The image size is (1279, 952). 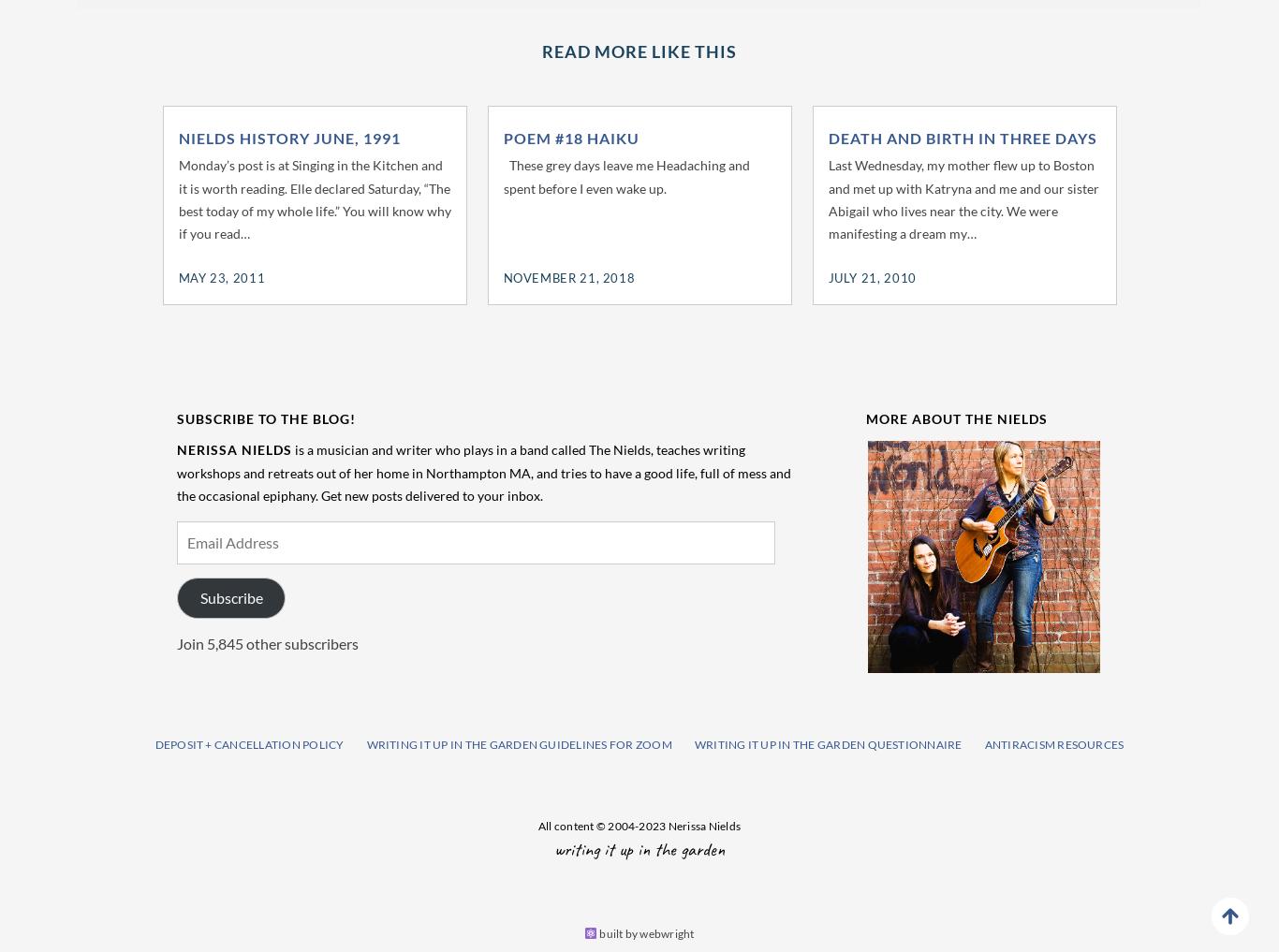 I want to click on 'Poem #18 Haiku', so click(x=569, y=136).